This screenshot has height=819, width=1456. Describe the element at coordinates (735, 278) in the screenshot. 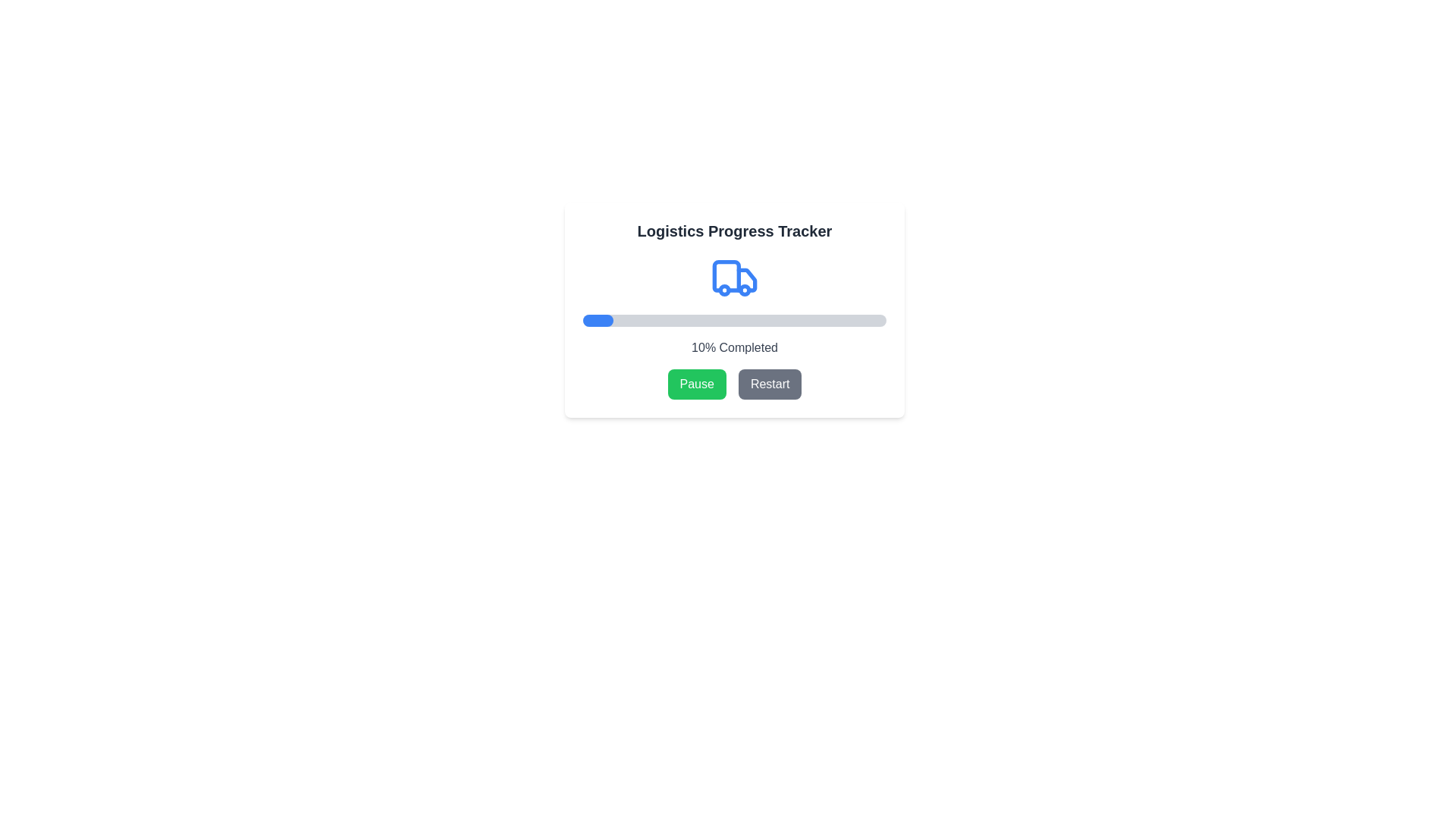

I see `the truck icon with a blue outline located centrally below the title 'Logistics Progress Tracker'` at that location.